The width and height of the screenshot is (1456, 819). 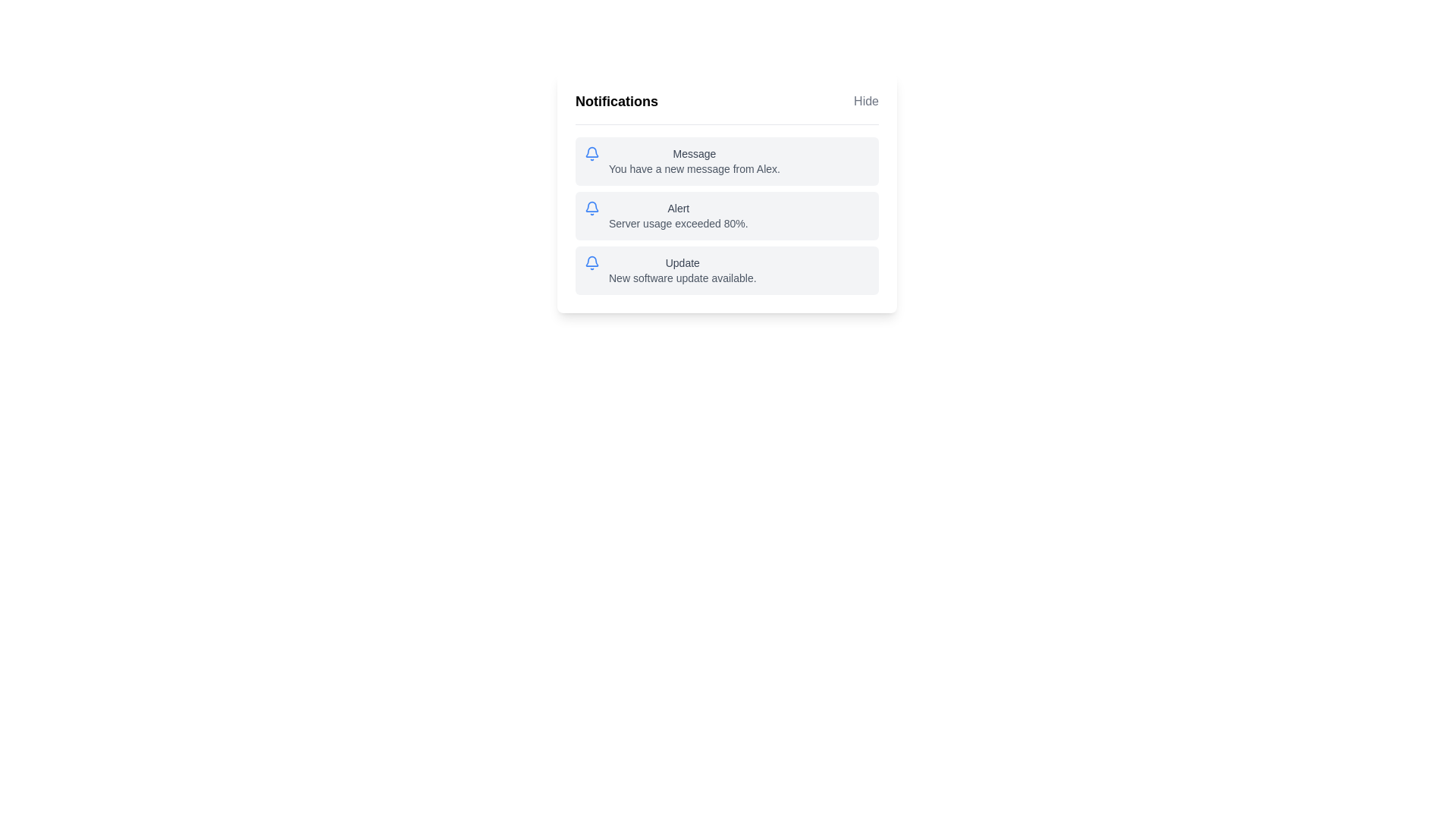 I want to click on the 'Hide' text button, which is a gray text label located to the right of the 'Notifications' text, so click(x=866, y=102).